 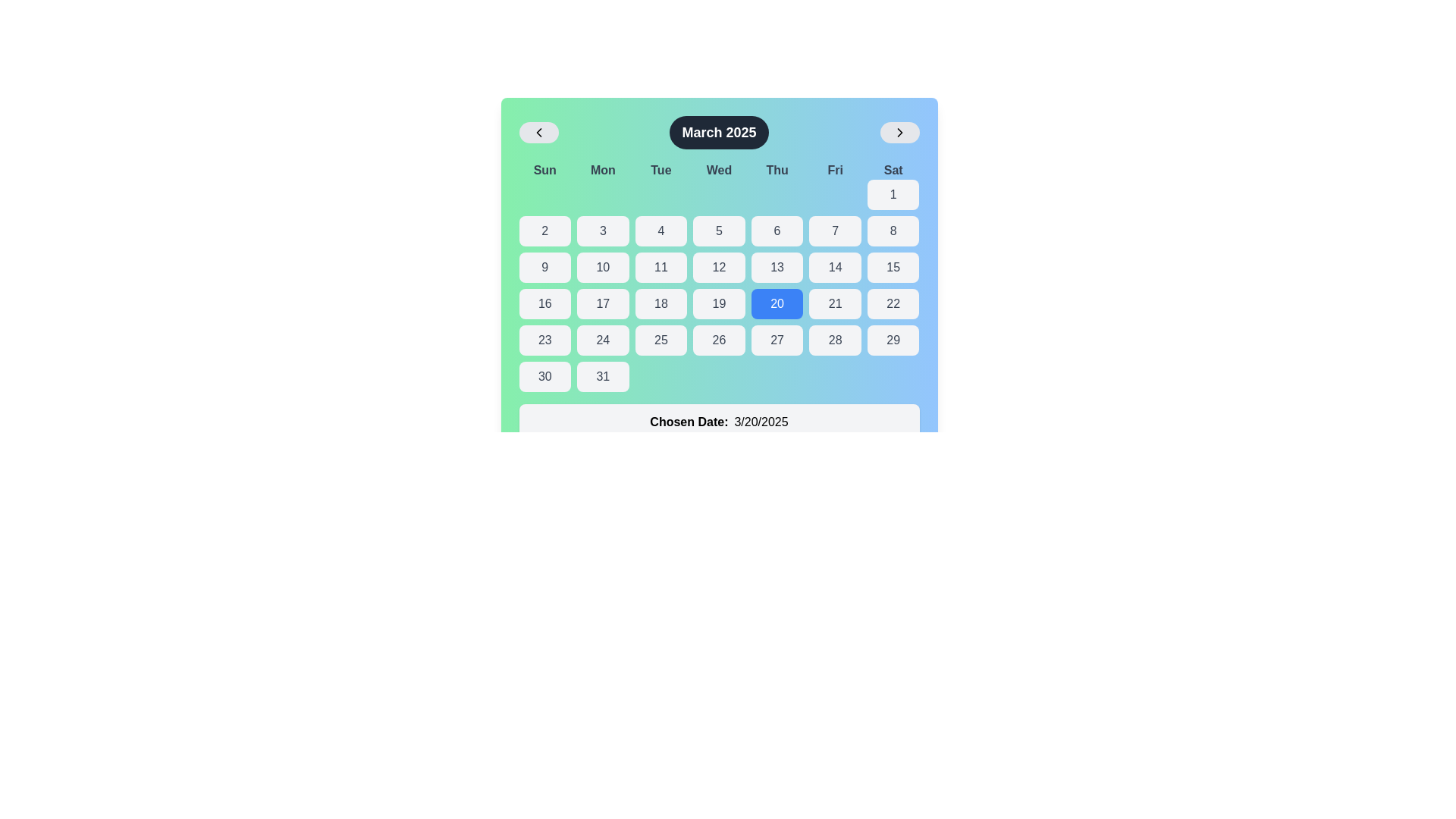 What do you see at coordinates (899, 131) in the screenshot?
I see `the navigation button located at the top-right of the calendar header, adjacent to the 'March 2025' label, which has a right-pointing chevron` at bounding box center [899, 131].